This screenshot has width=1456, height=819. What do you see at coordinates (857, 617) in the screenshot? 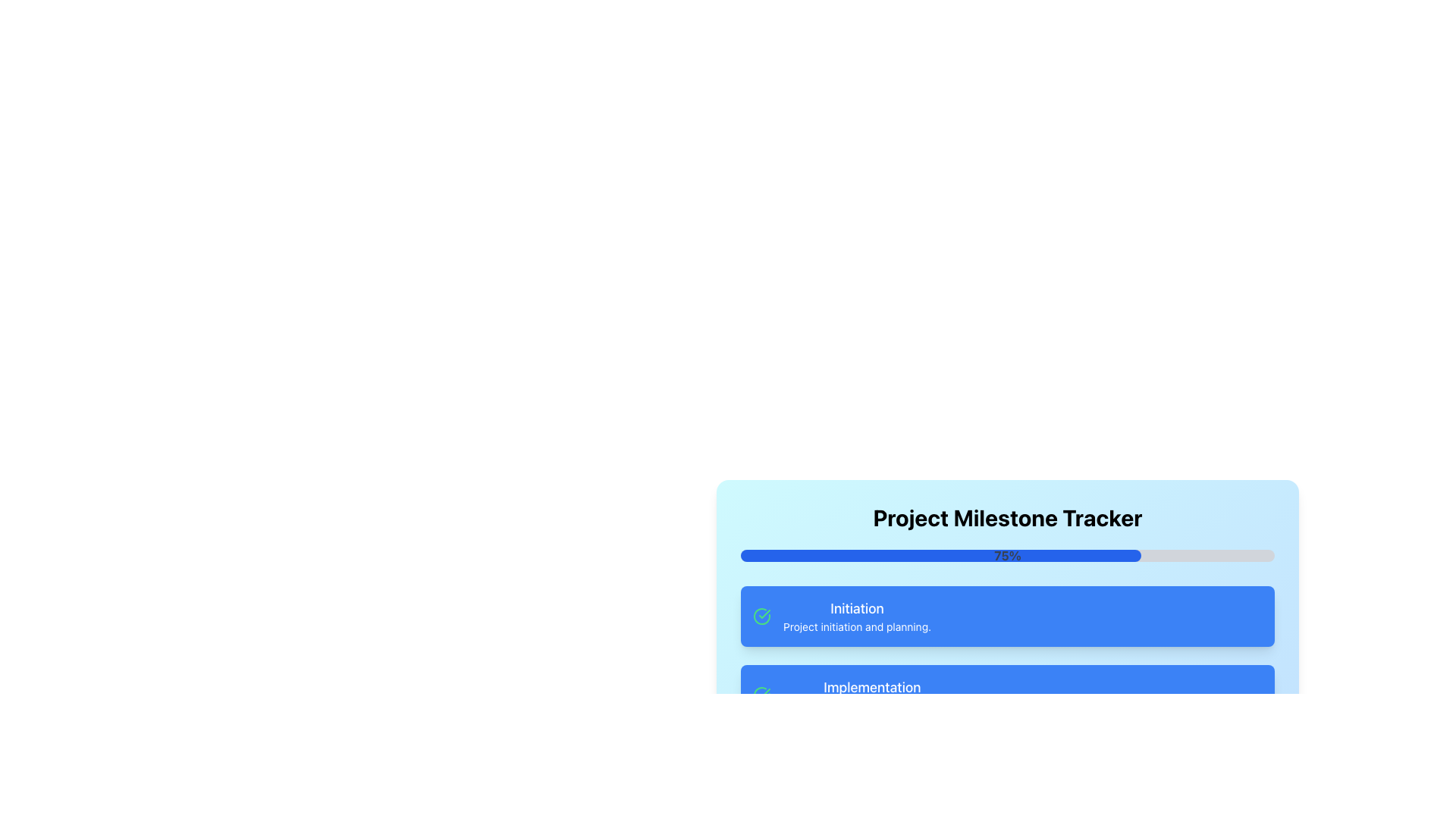
I see `text displayed in the Text Block that shows the title 'Initiation' and the subtitle 'Project initiation and planning.'` at bounding box center [857, 617].